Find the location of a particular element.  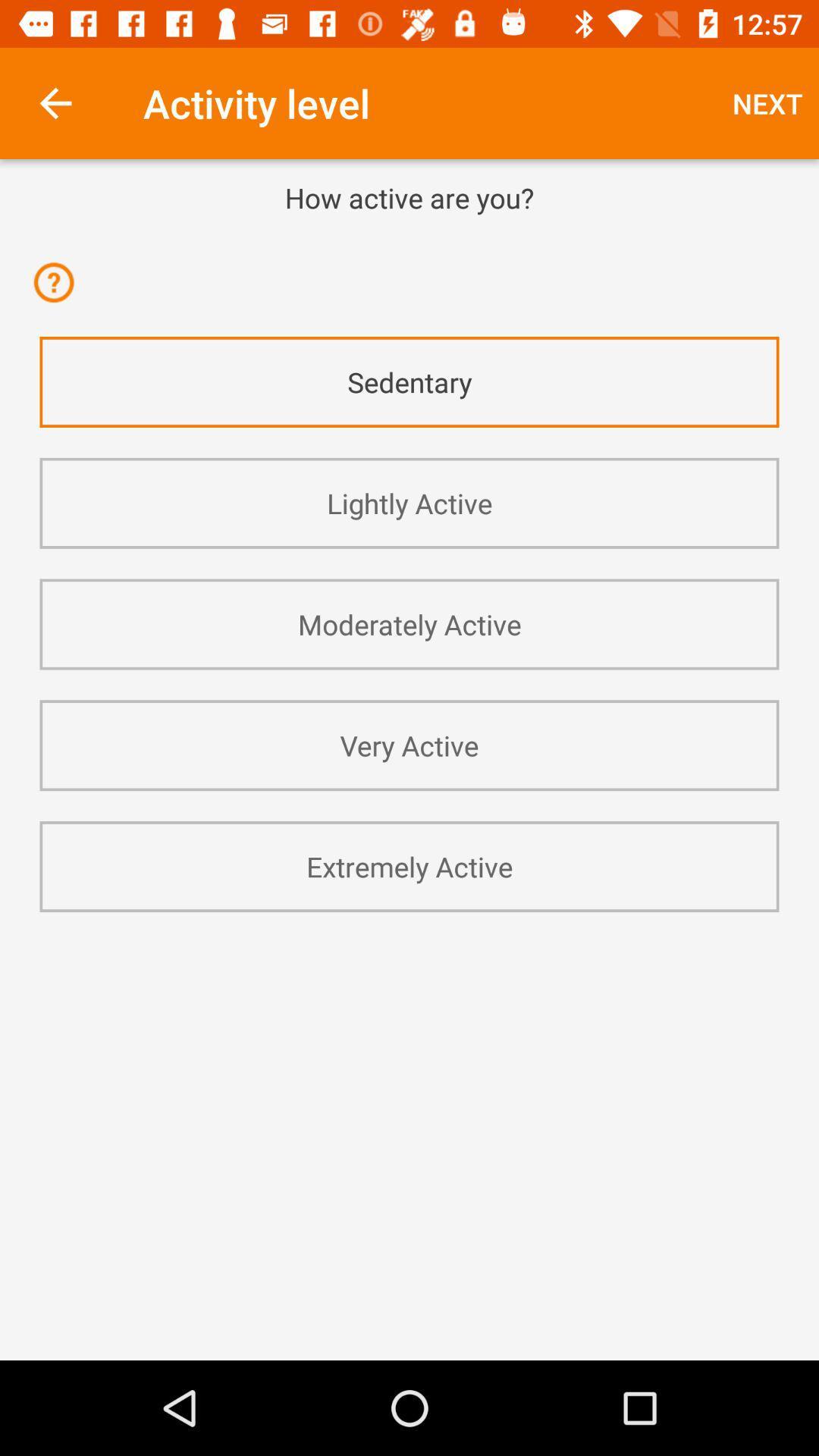

extremely active app is located at coordinates (409, 866).